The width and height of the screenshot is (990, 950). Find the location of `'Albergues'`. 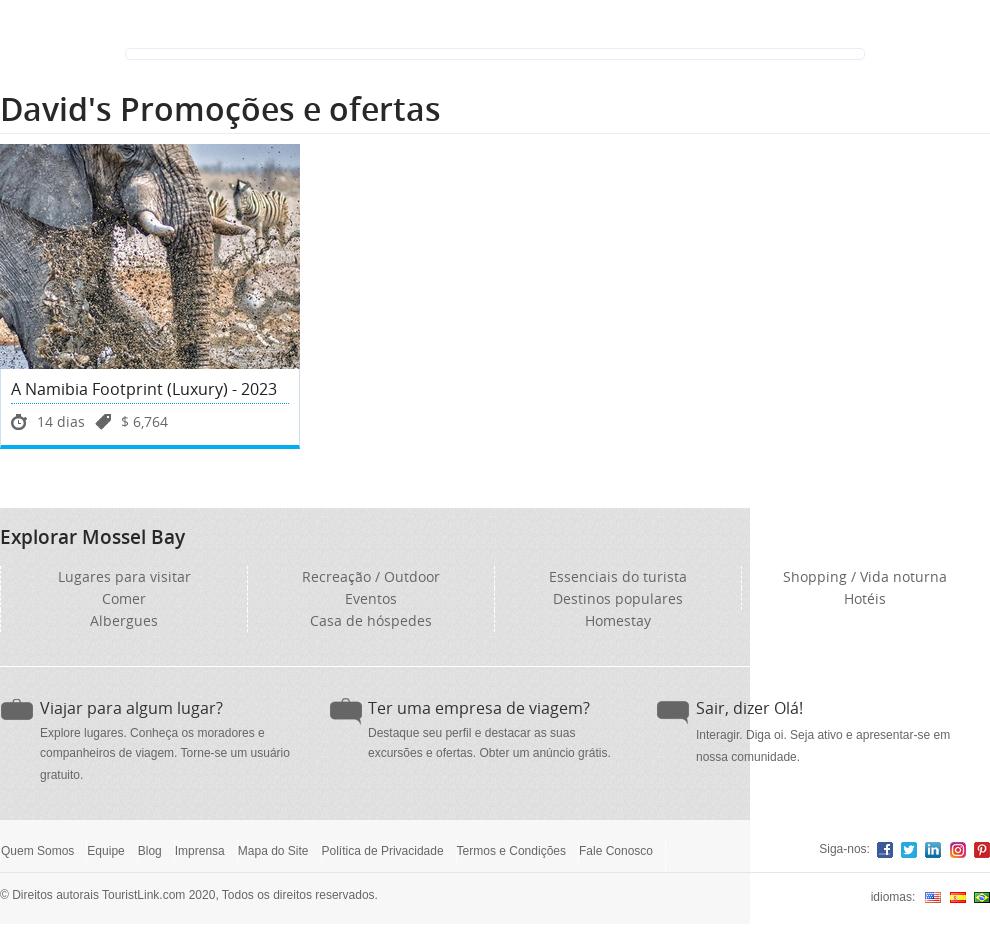

'Albergues' is located at coordinates (123, 620).